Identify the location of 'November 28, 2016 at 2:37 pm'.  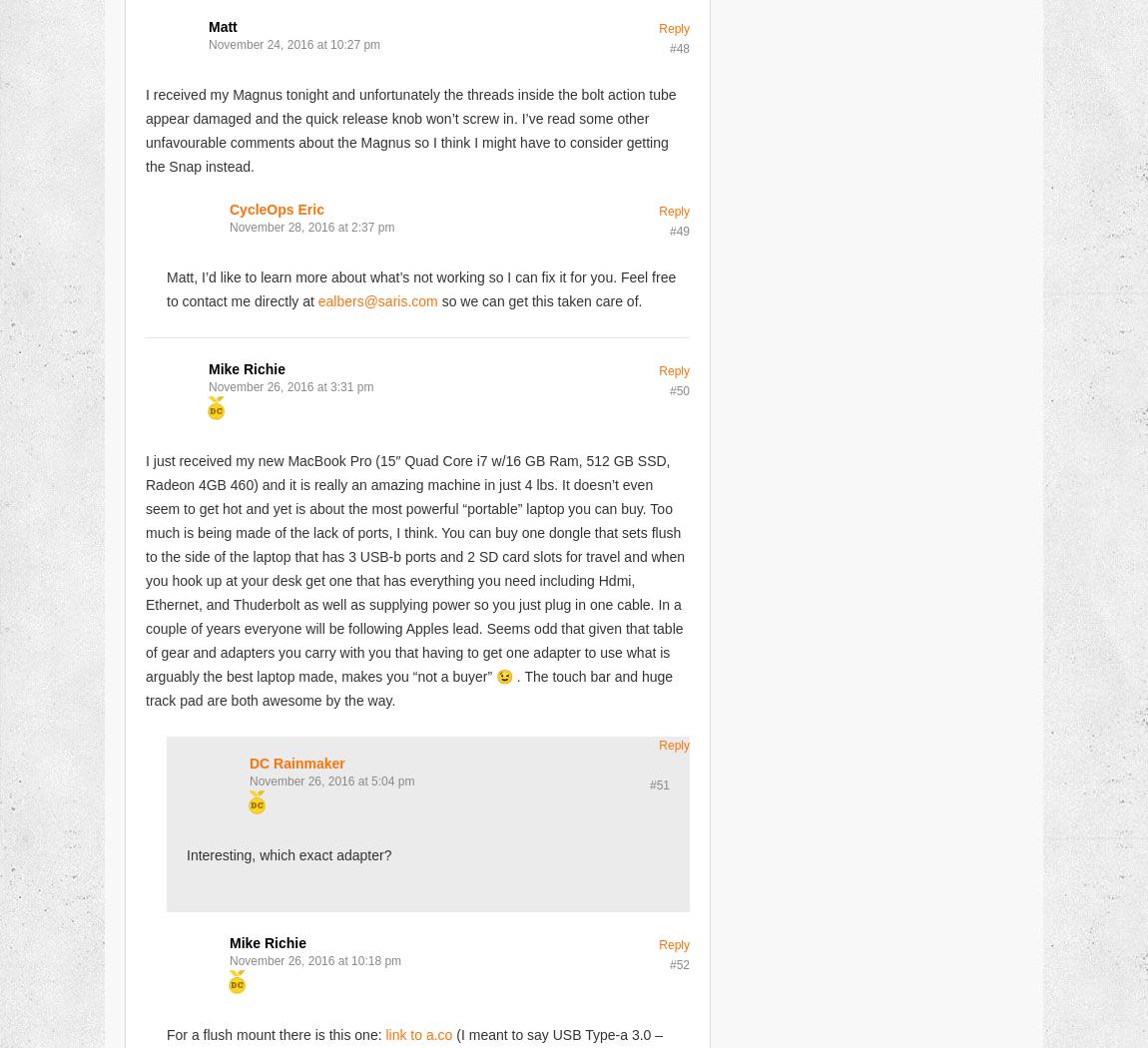
(311, 227).